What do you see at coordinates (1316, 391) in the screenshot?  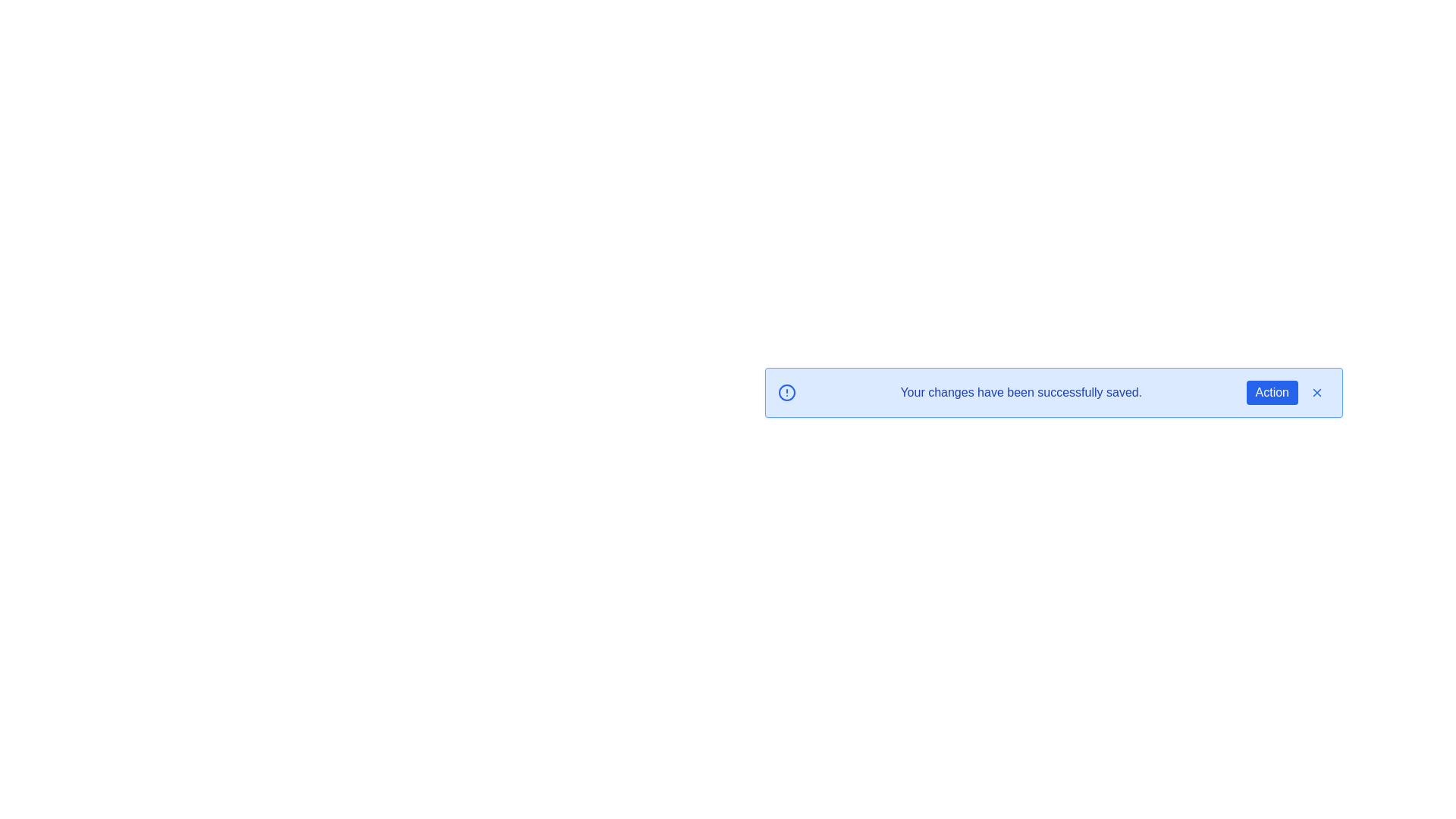 I see `the 'X' button to dismiss the alert` at bounding box center [1316, 391].